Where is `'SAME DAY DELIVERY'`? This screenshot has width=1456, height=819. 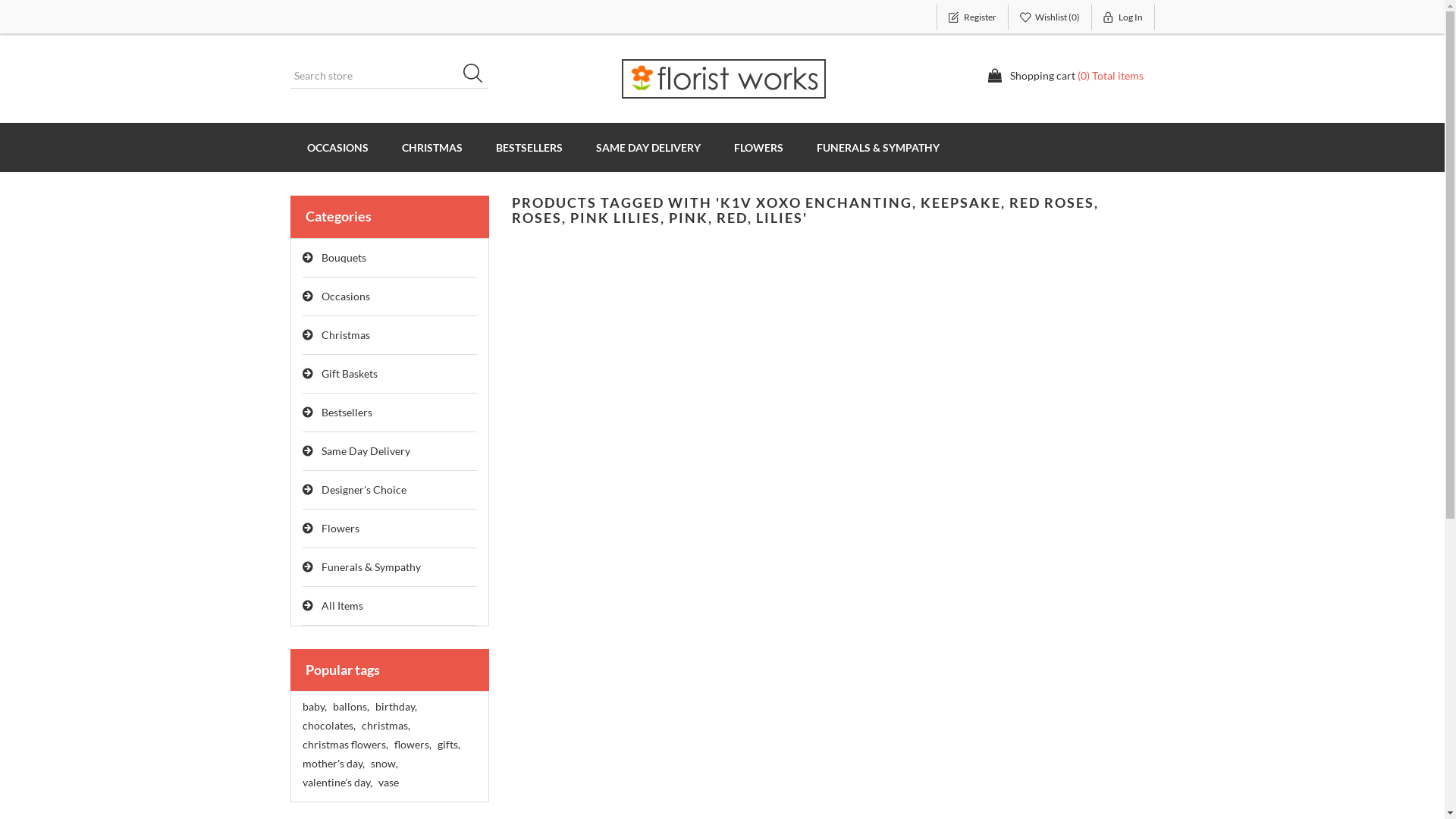 'SAME DAY DELIVERY' is located at coordinates (648, 147).